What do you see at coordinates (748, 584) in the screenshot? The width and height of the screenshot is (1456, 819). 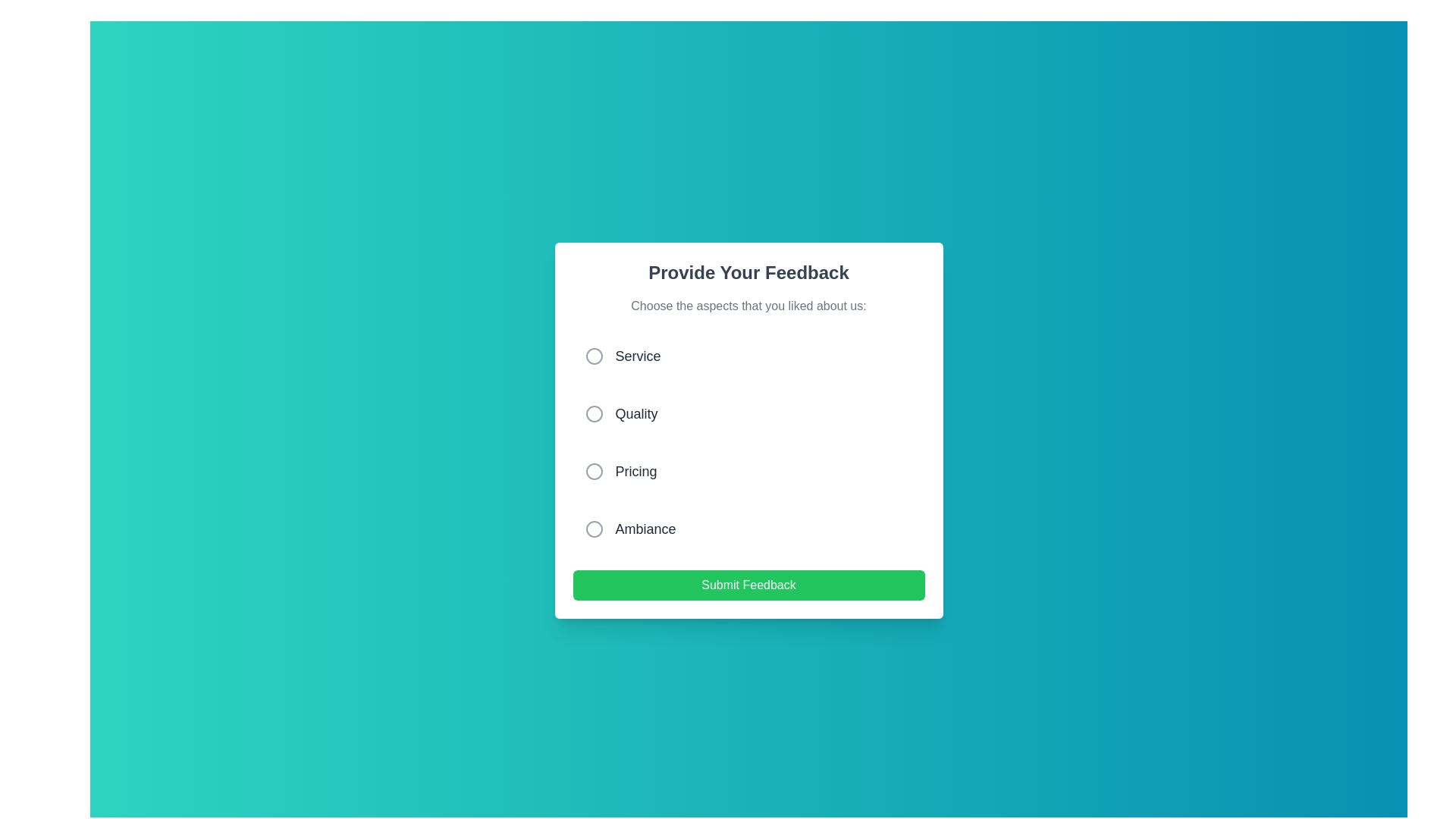 I see `'Submit Feedback' button to submit the form` at bounding box center [748, 584].